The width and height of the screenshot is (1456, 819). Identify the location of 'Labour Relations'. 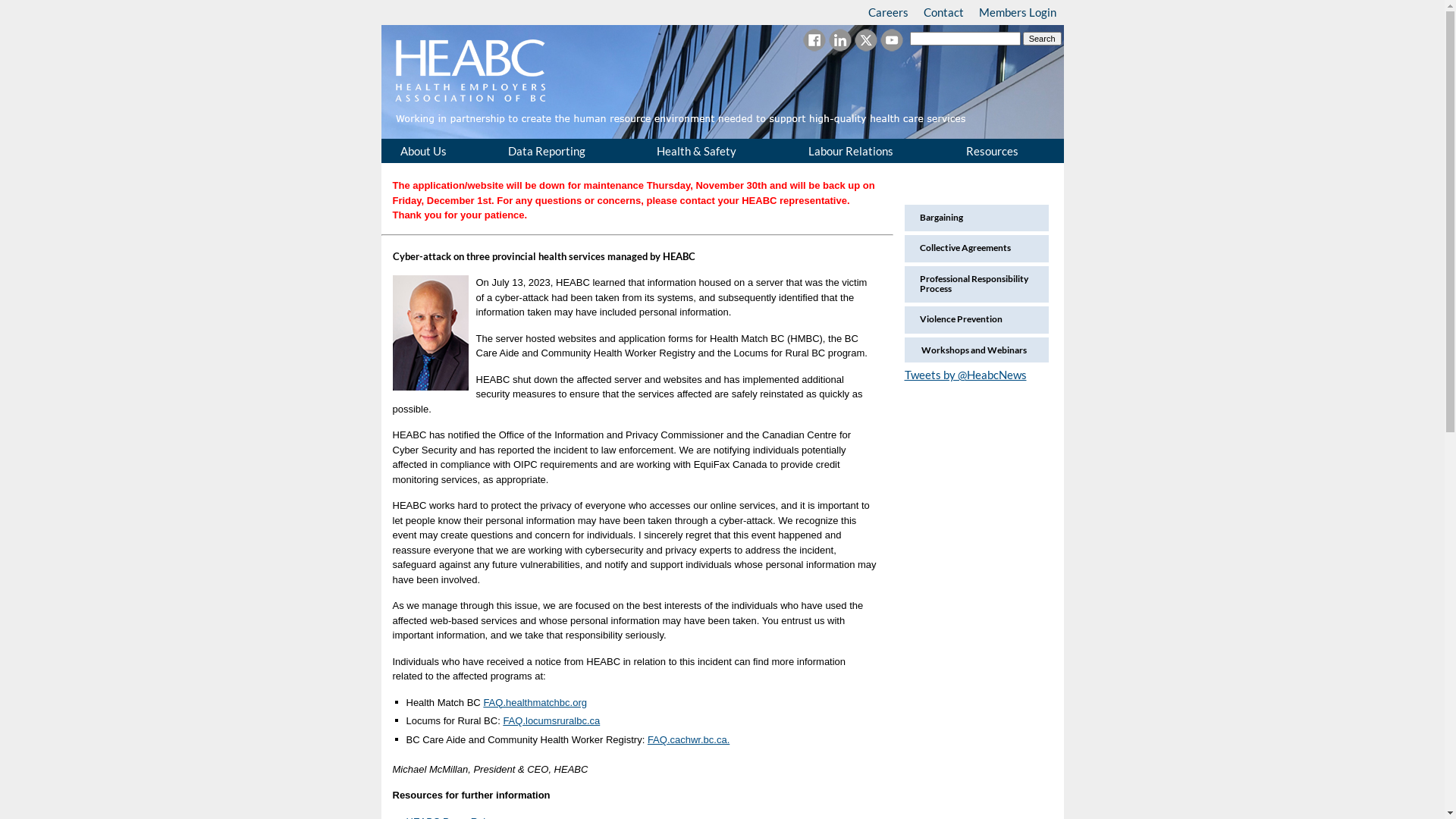
(868, 150).